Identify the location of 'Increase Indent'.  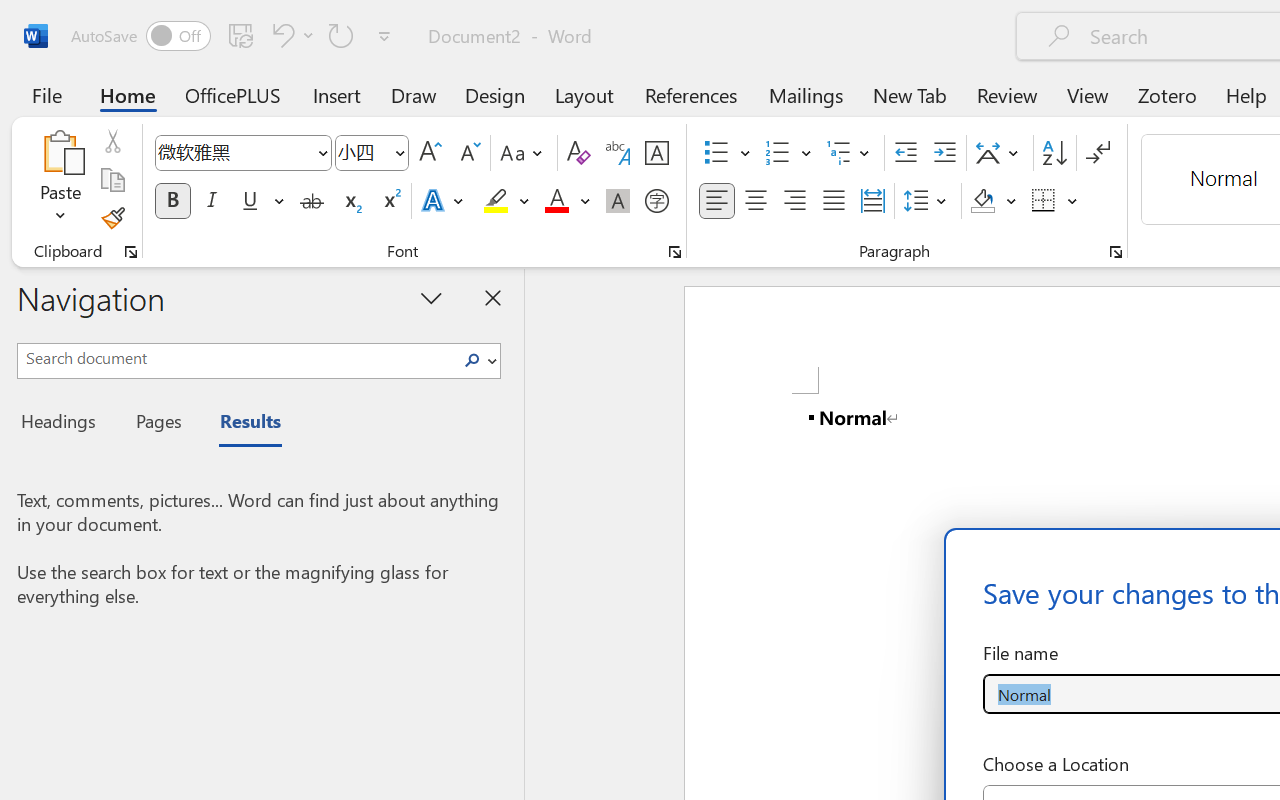
(943, 153).